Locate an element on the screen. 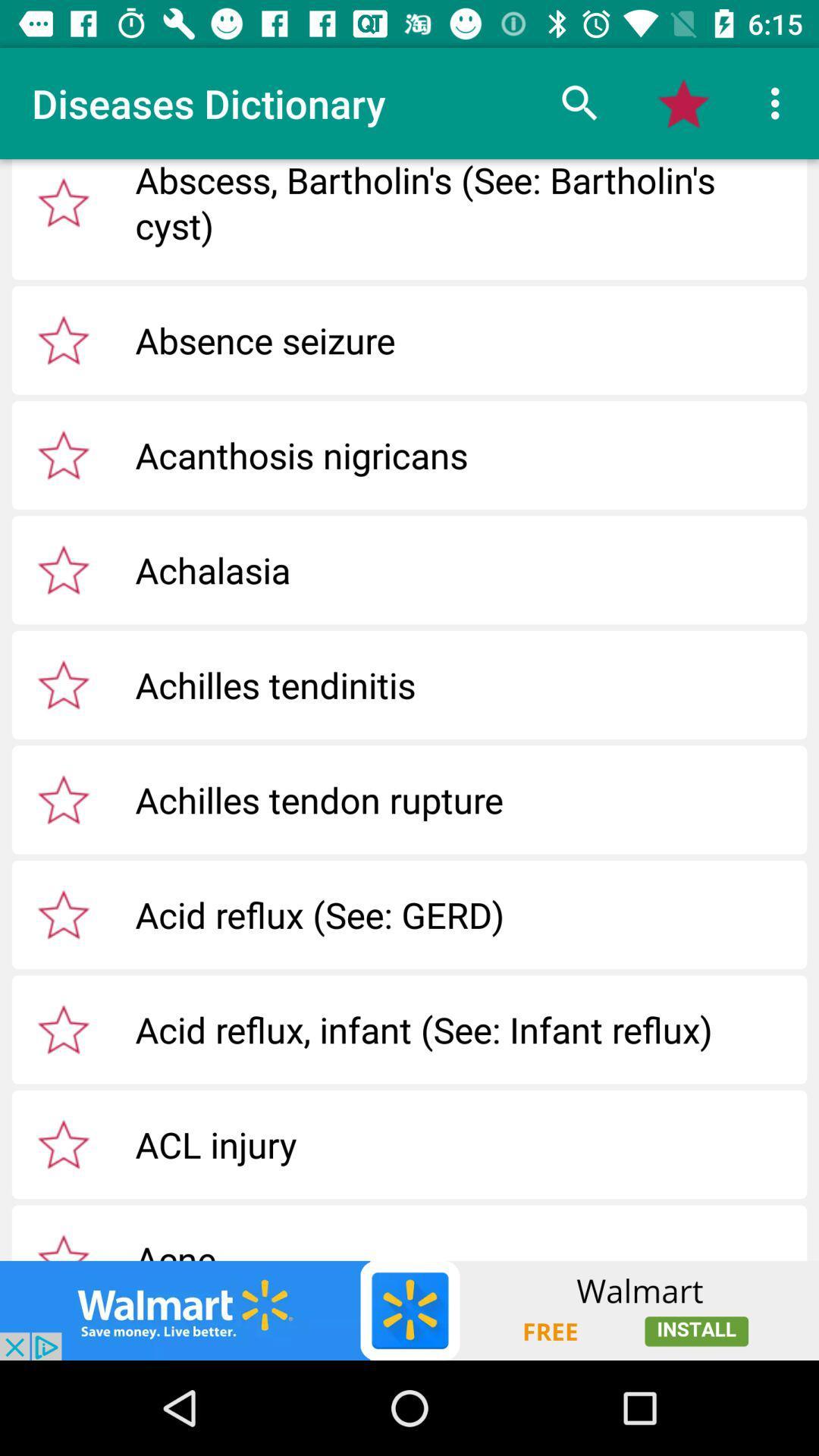  bookmark is located at coordinates (63, 454).